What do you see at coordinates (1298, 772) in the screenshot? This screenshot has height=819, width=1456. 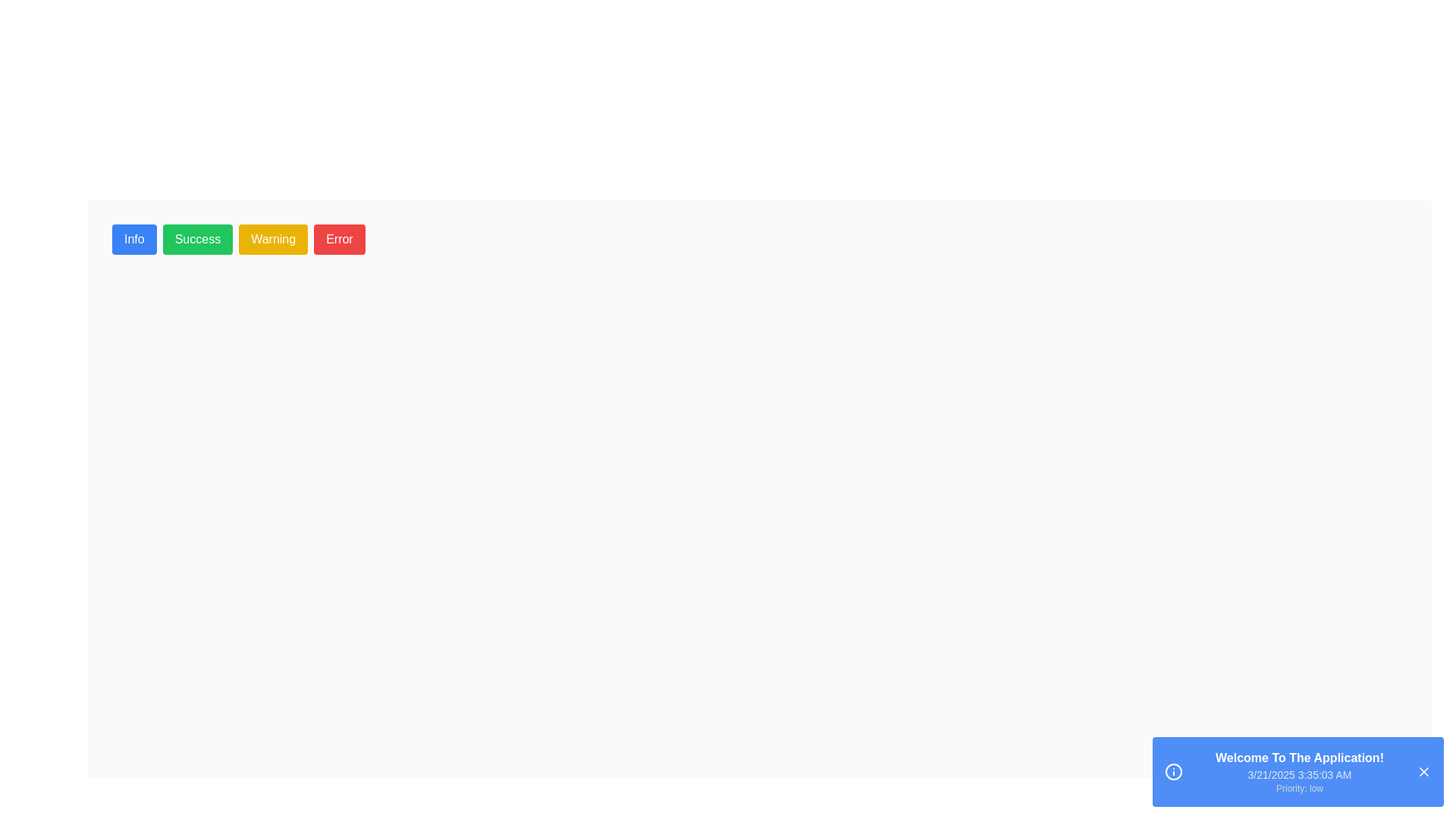 I see `the Text Display Group located in the bottom-right corner of the interface, which presents notification messages with timestamps and priority levels` at bounding box center [1298, 772].